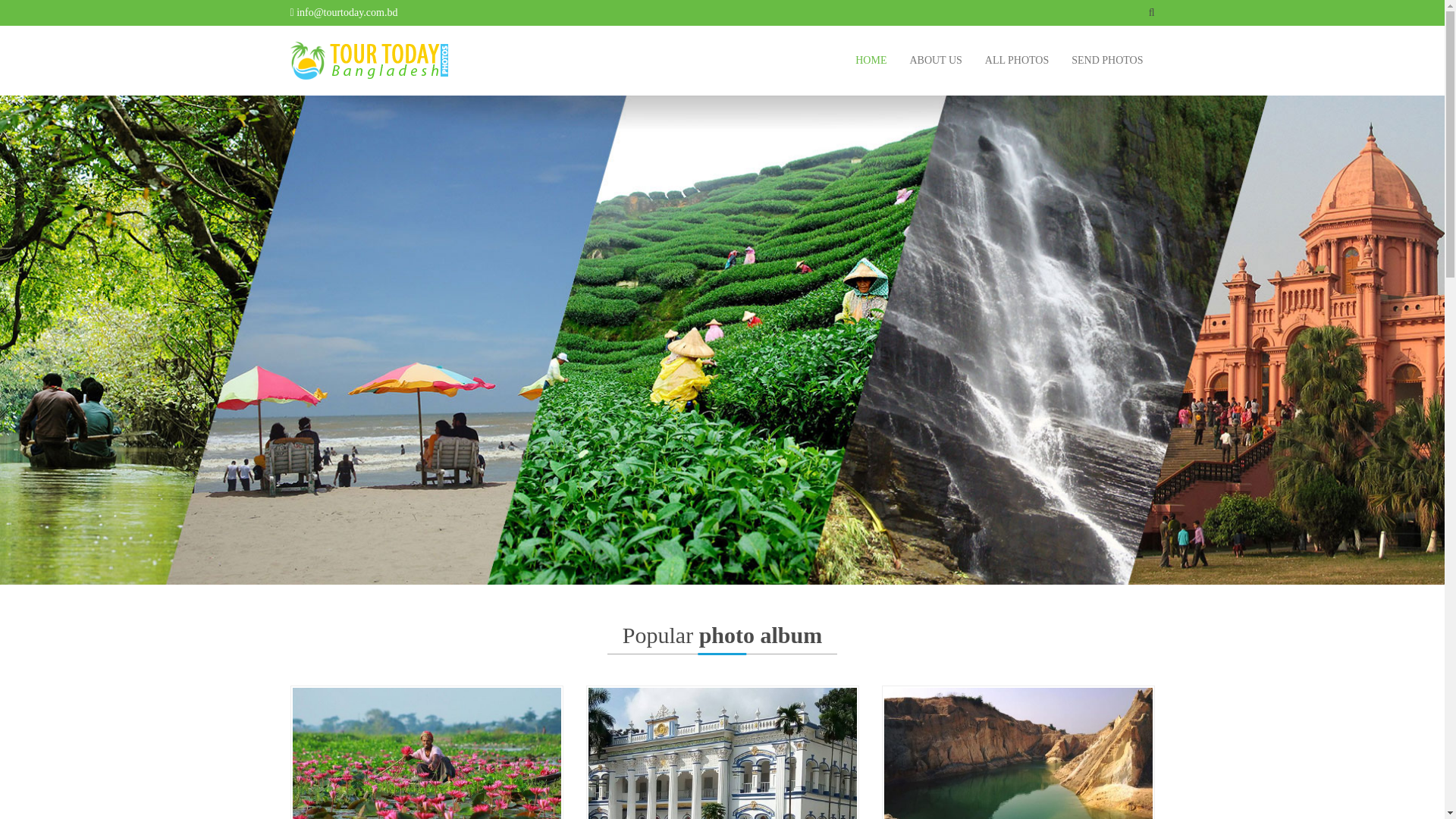 This screenshot has width=1456, height=819. Describe the element at coordinates (1106, 60) in the screenshot. I see `'SEND PHOTOS'` at that location.